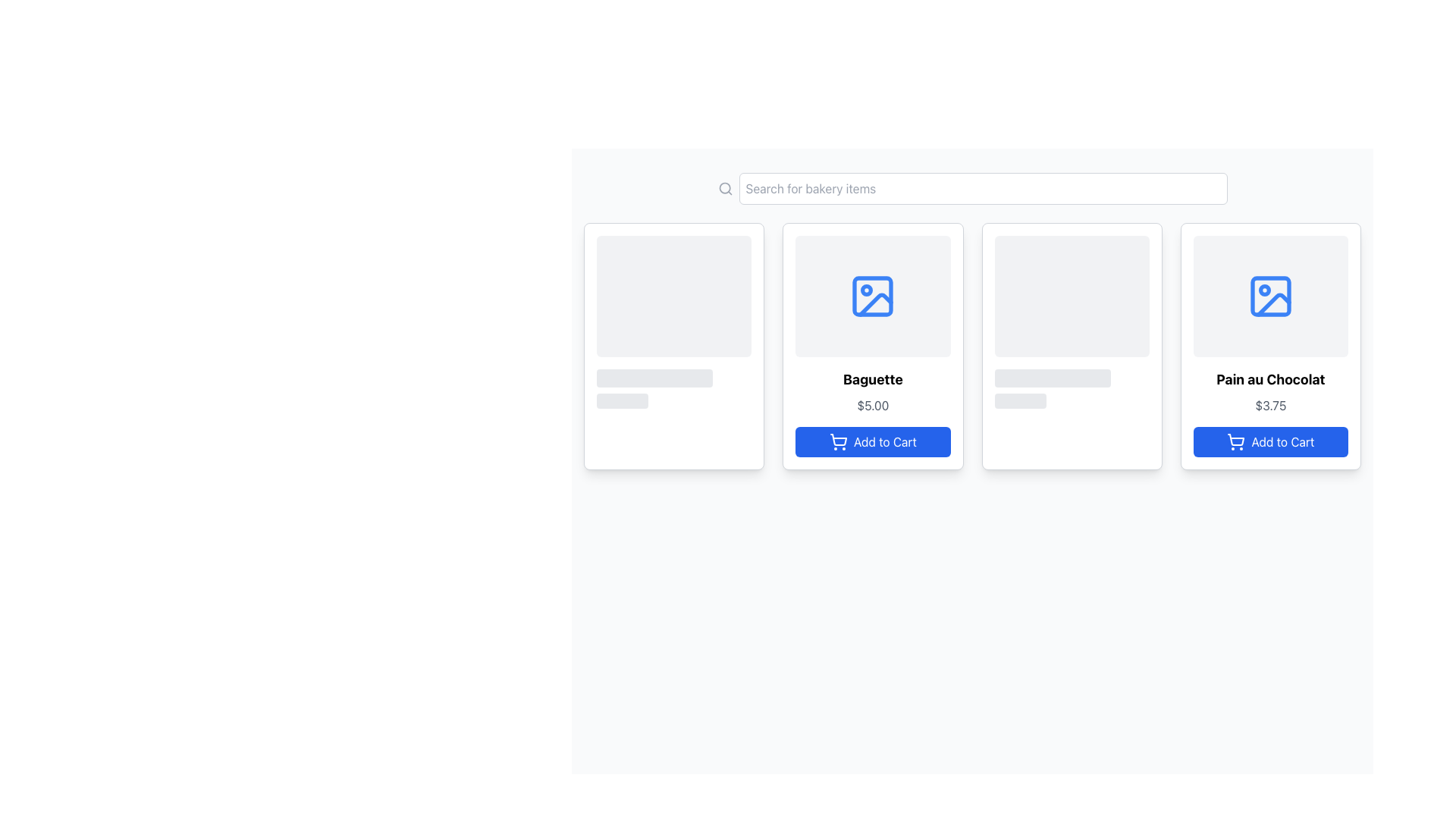  What do you see at coordinates (876, 305) in the screenshot?
I see `decorative graphic element (a diagonal line) within the SVG icon of the second product card labeled 'Baguette' for styling and dimensions` at bounding box center [876, 305].